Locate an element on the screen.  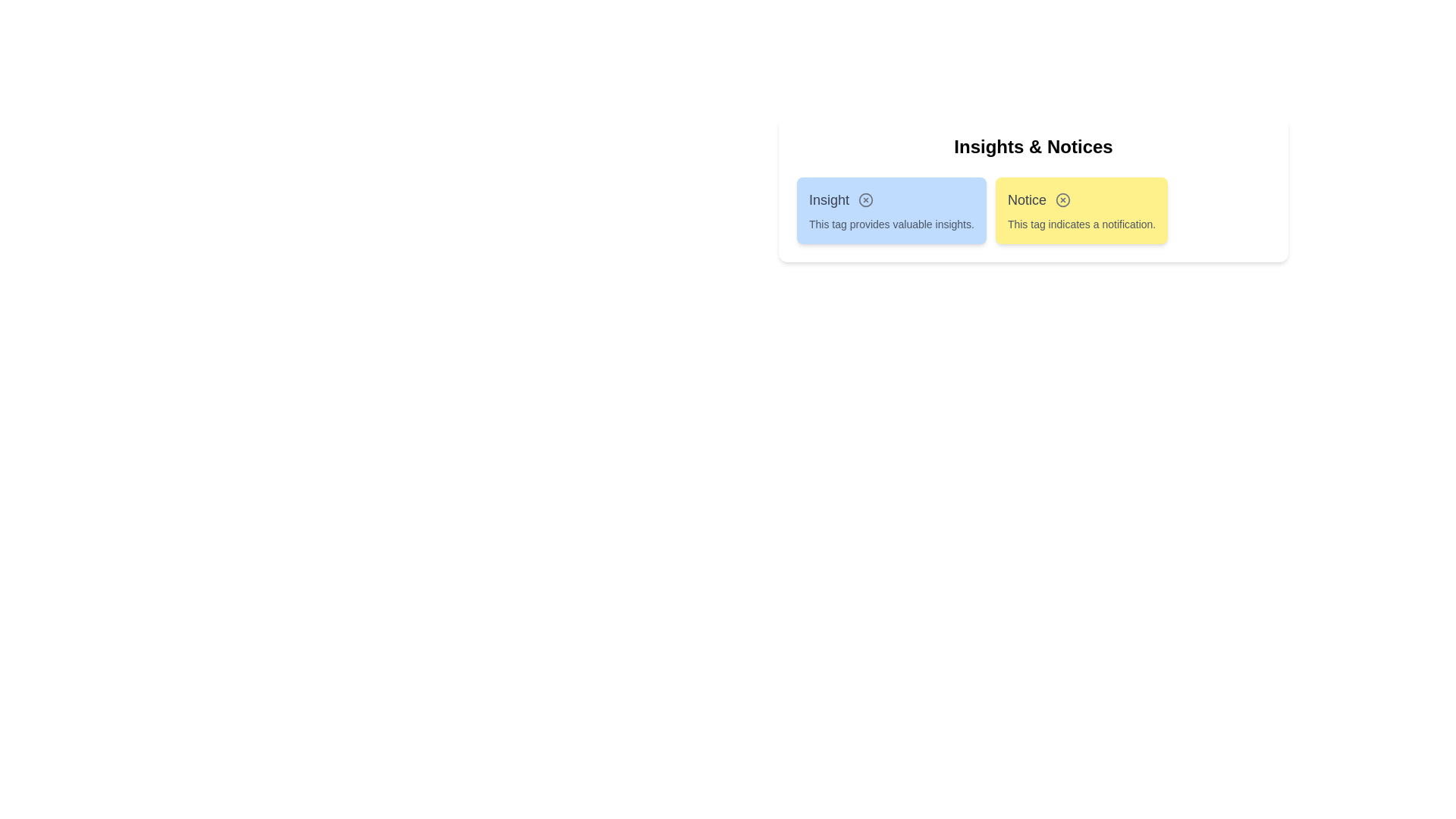
close button on the tag labeled Insight to remove it is located at coordinates (866, 199).